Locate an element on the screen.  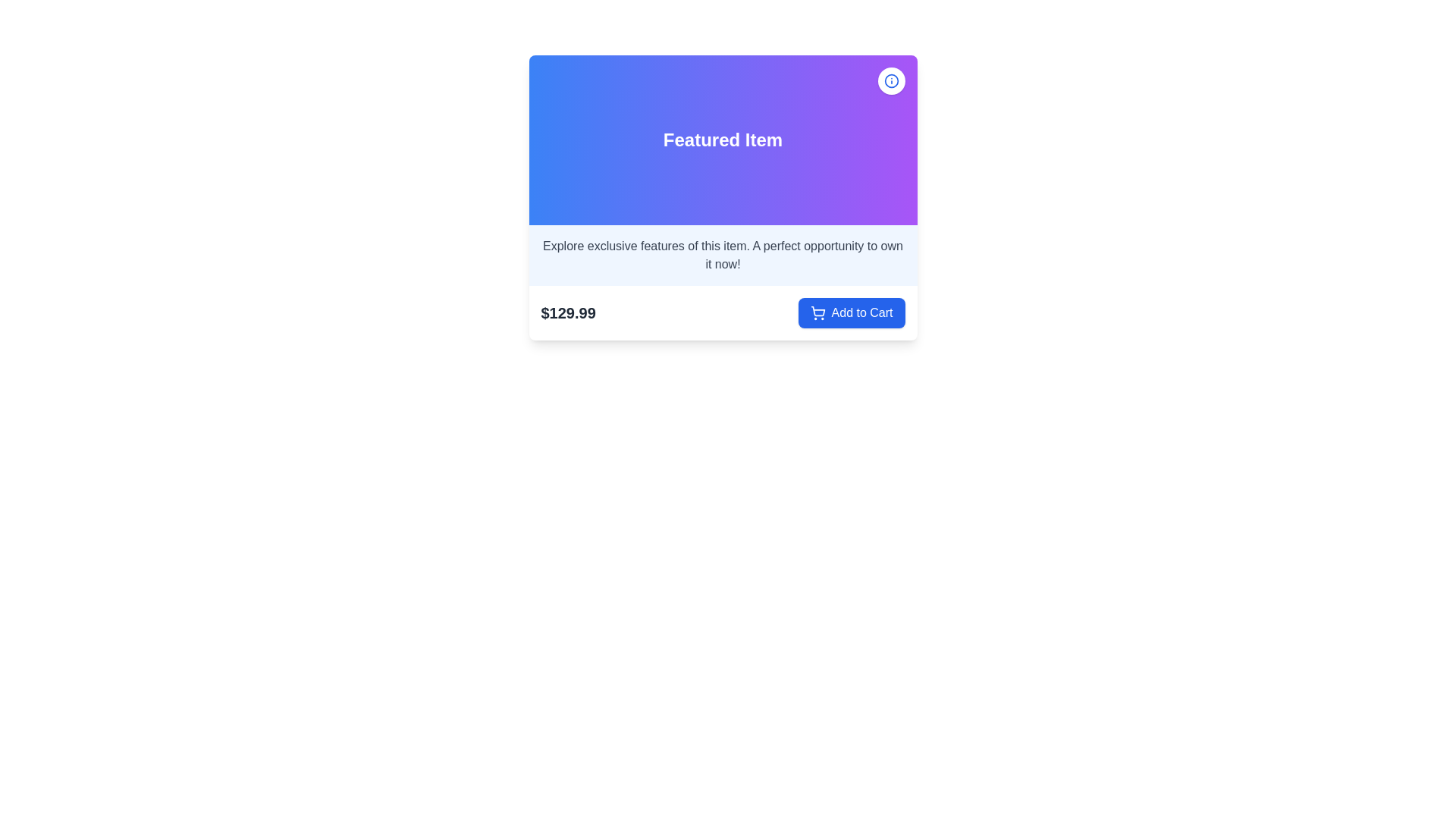
the shopping cart icon inside the 'Add to Cart' button is located at coordinates (817, 312).